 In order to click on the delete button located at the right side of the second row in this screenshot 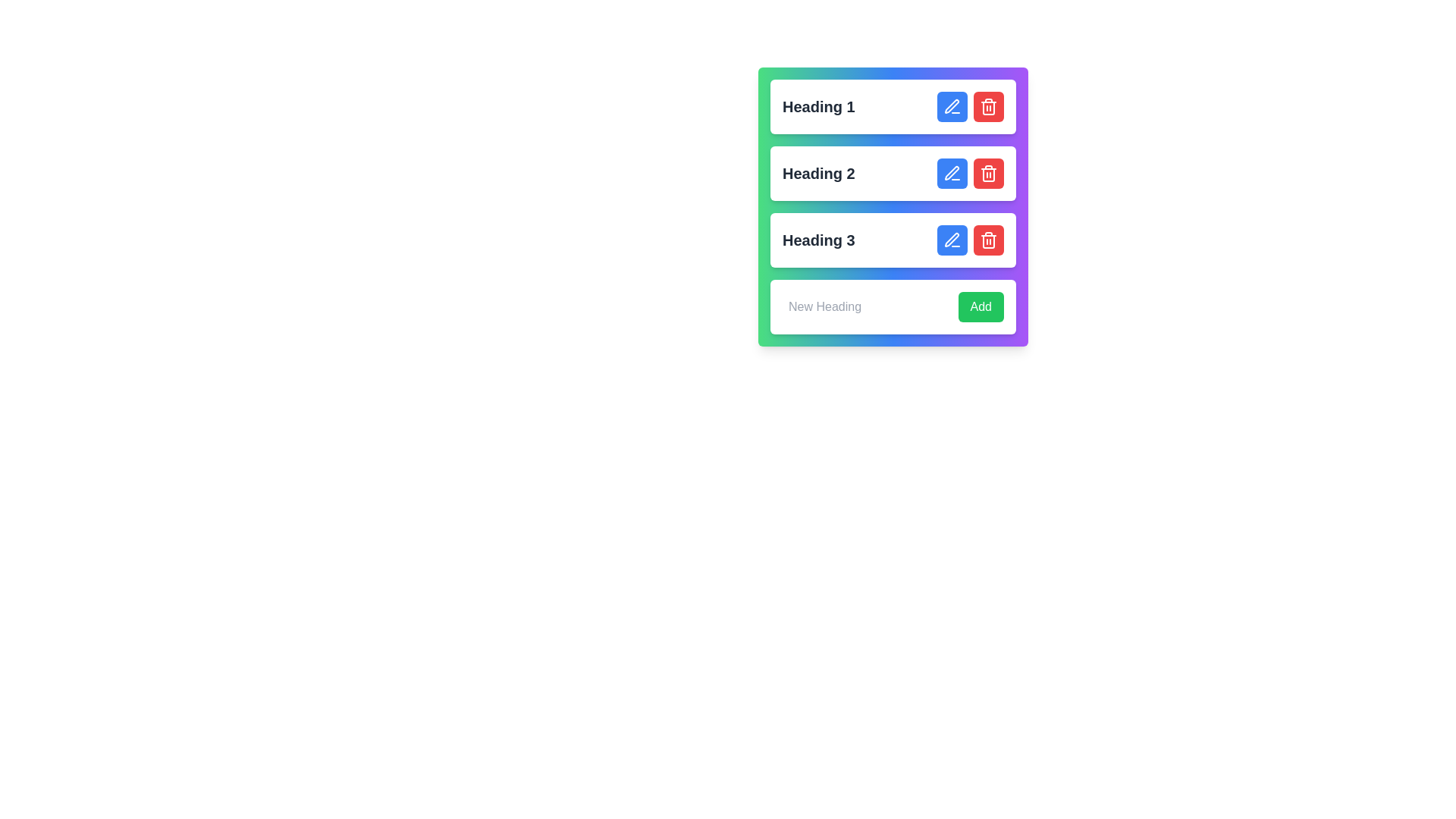, I will do `click(989, 172)`.